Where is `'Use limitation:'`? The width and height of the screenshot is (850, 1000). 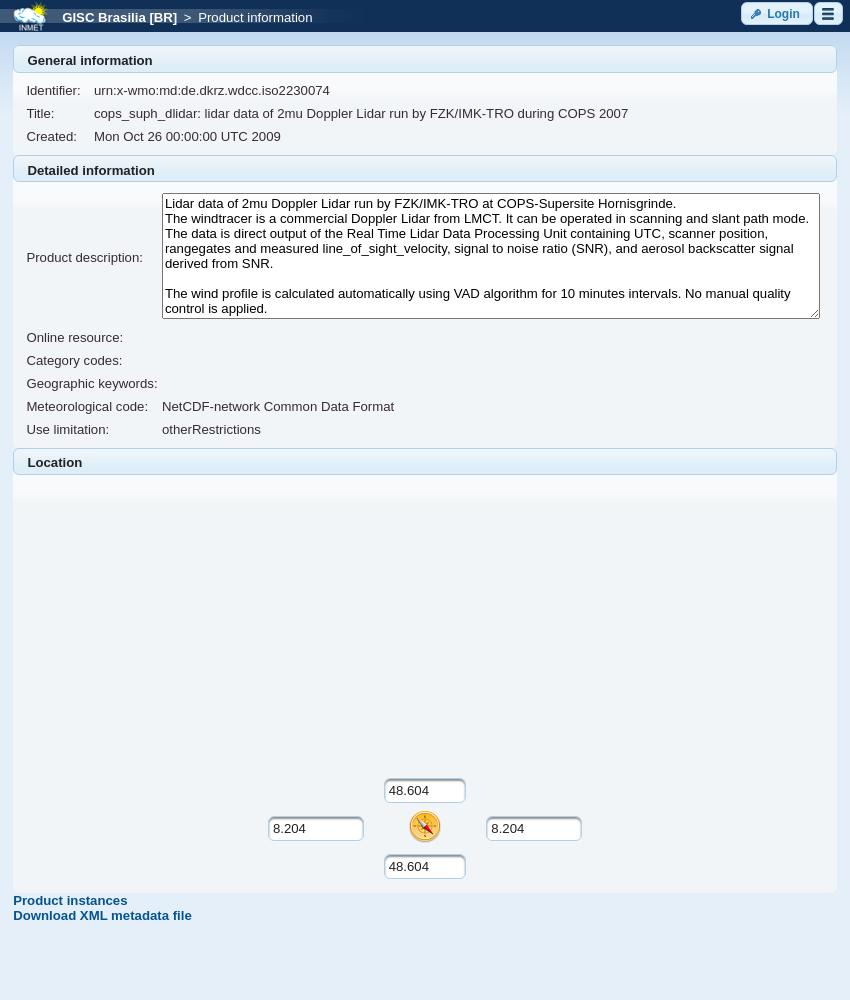
'Use limitation:' is located at coordinates (67, 429).